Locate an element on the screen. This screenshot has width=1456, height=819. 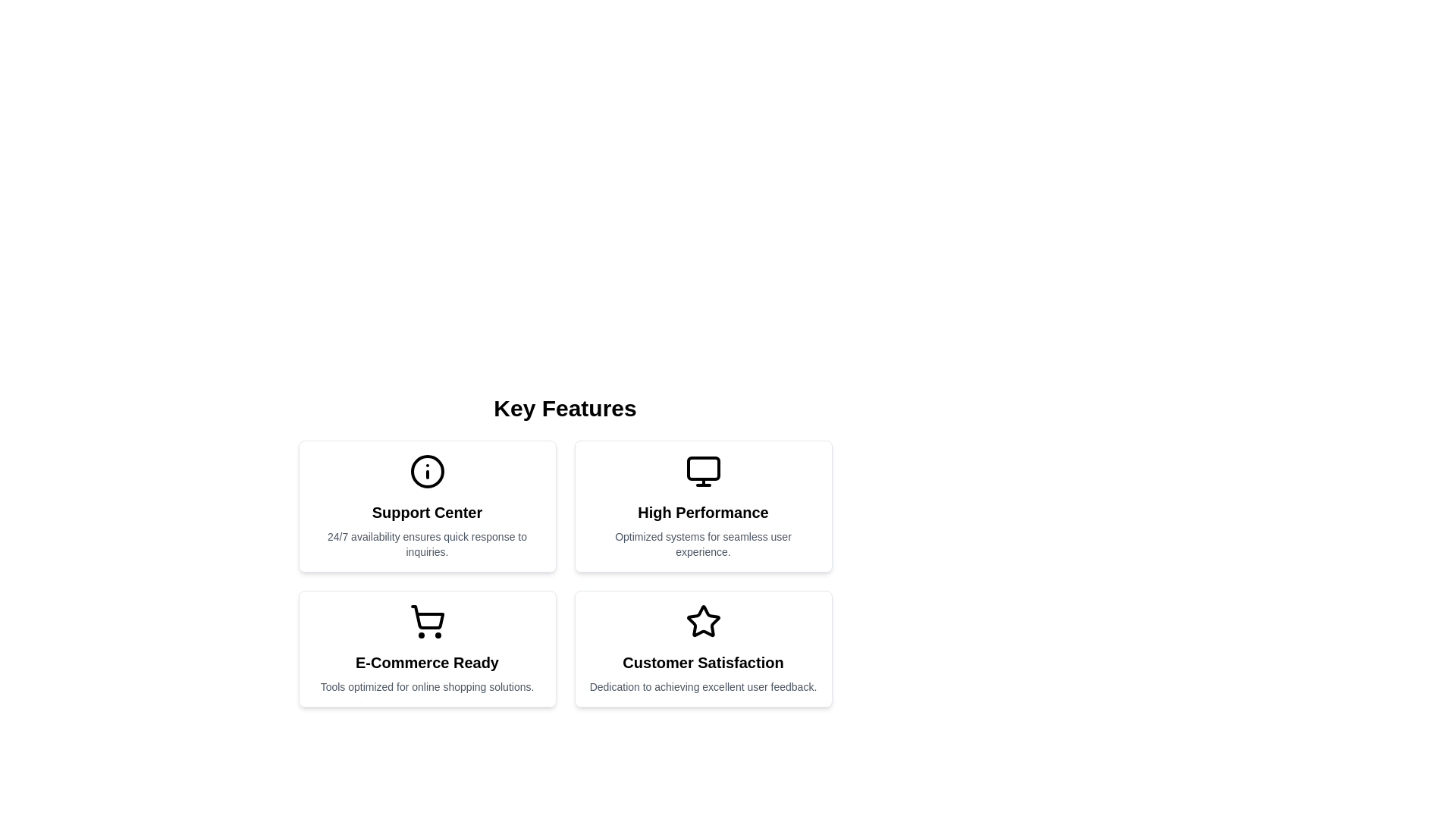
the text located in the bordered and shadowed box under the heading 'High Performance', specifically the last line of text in this box is located at coordinates (702, 543).